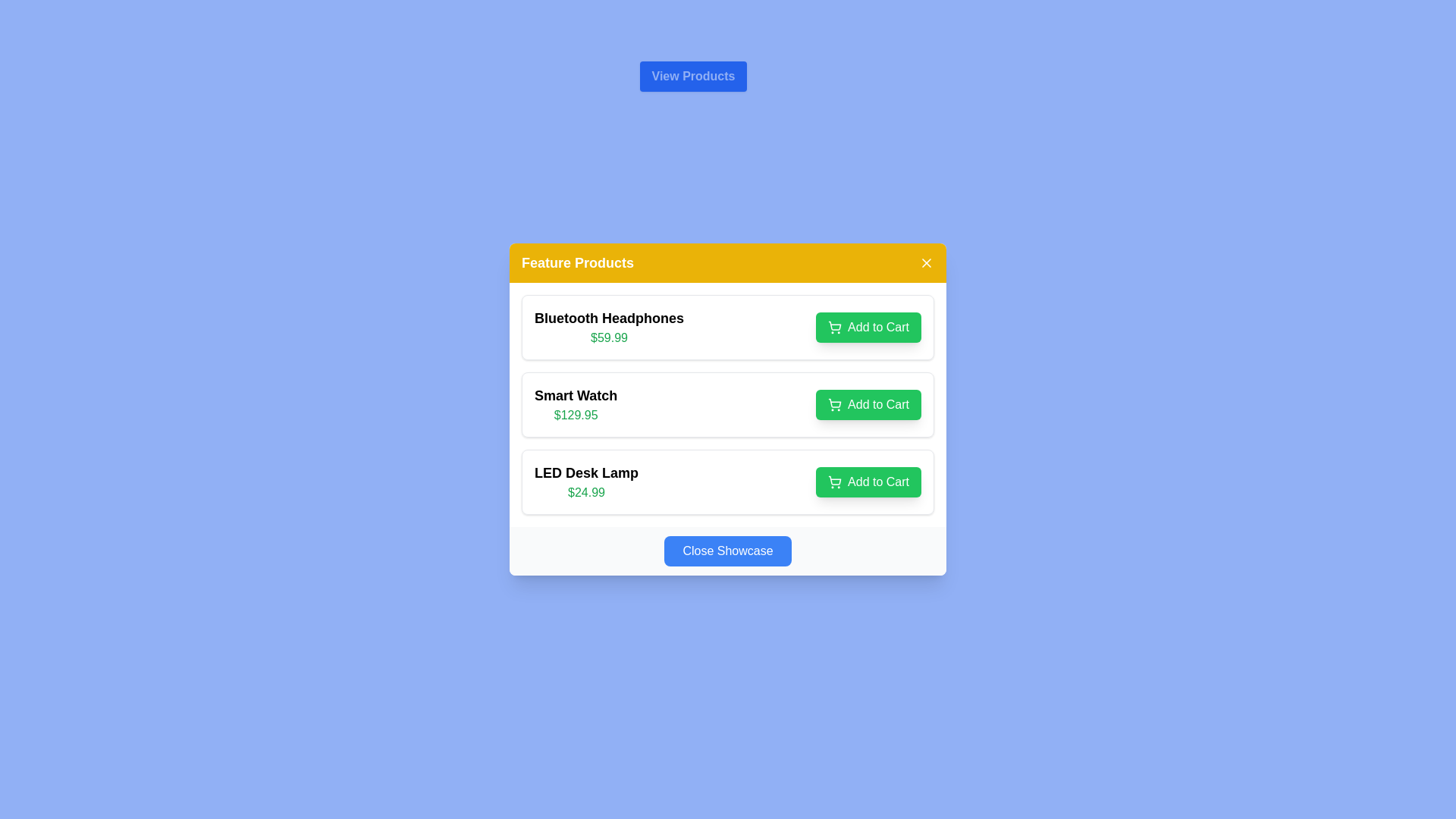 This screenshot has width=1456, height=819. Describe the element at coordinates (728, 551) in the screenshot. I see `the close button located at the bottom center of the 'Feature Products' card` at that location.